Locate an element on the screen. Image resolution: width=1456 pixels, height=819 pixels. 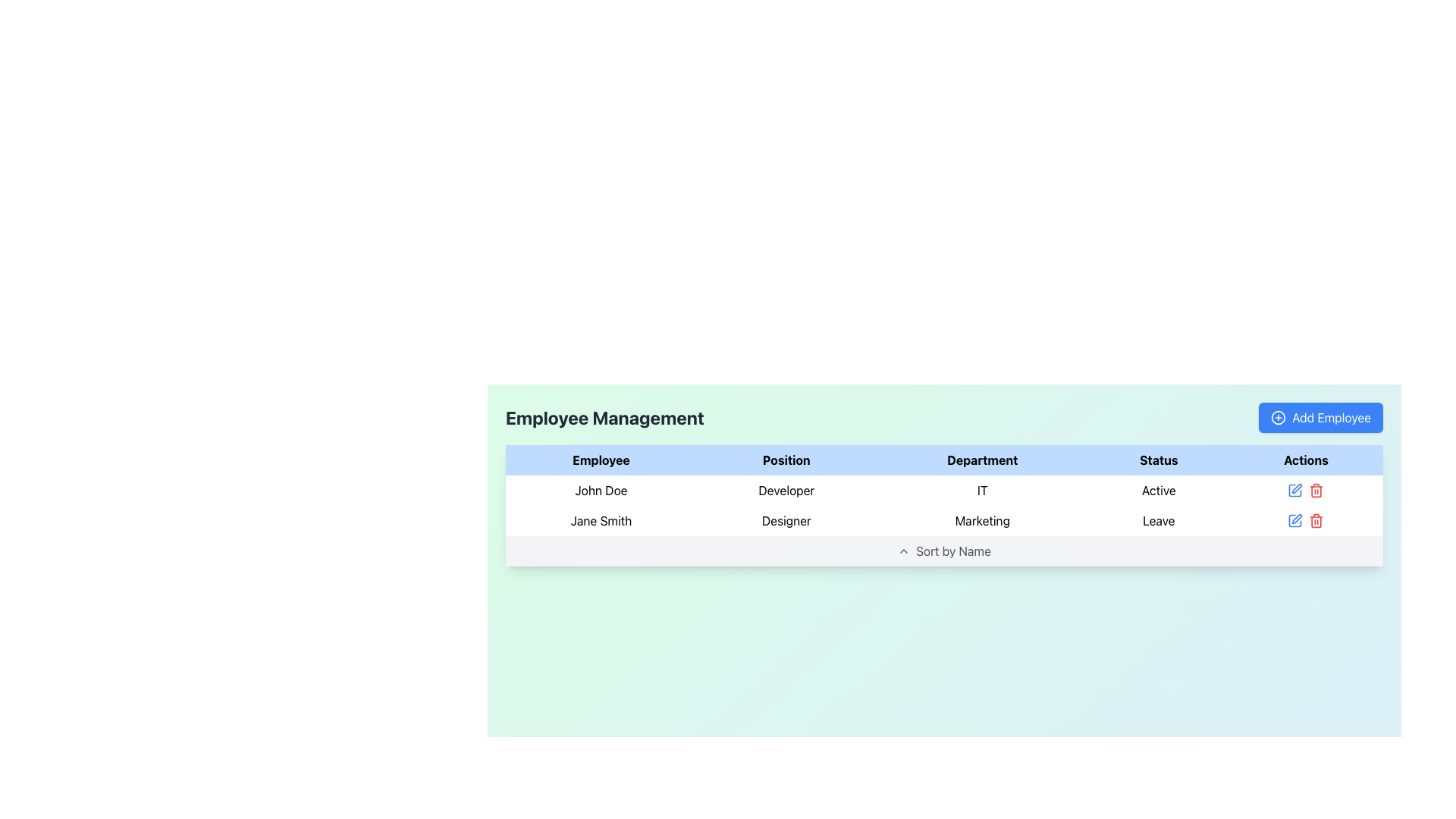
the 'Department' column header label in the table, which is the third column header located between the 'Position' and 'Status' headers is located at coordinates (982, 459).